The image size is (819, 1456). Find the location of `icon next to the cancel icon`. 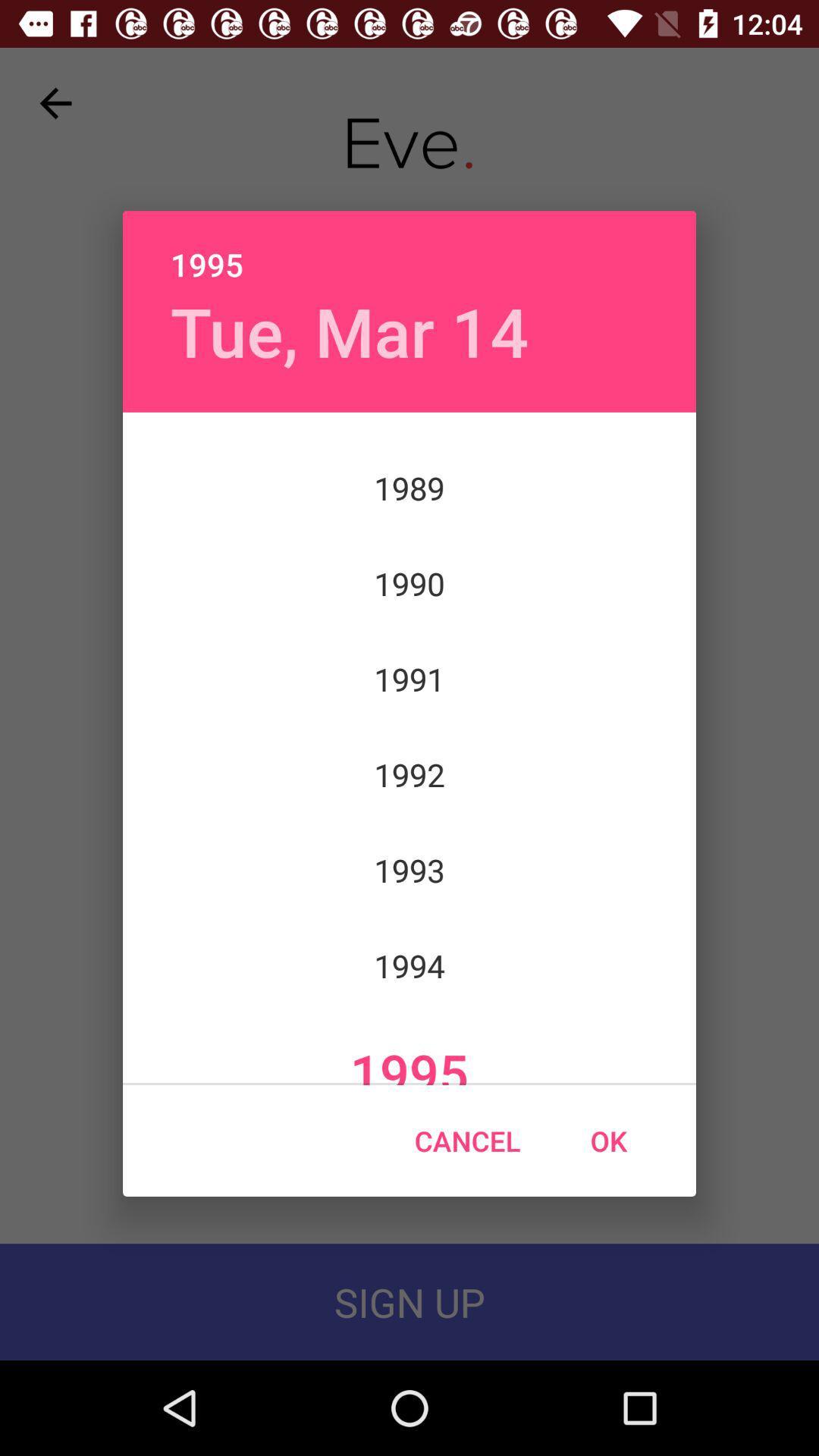

icon next to the cancel icon is located at coordinates (607, 1141).